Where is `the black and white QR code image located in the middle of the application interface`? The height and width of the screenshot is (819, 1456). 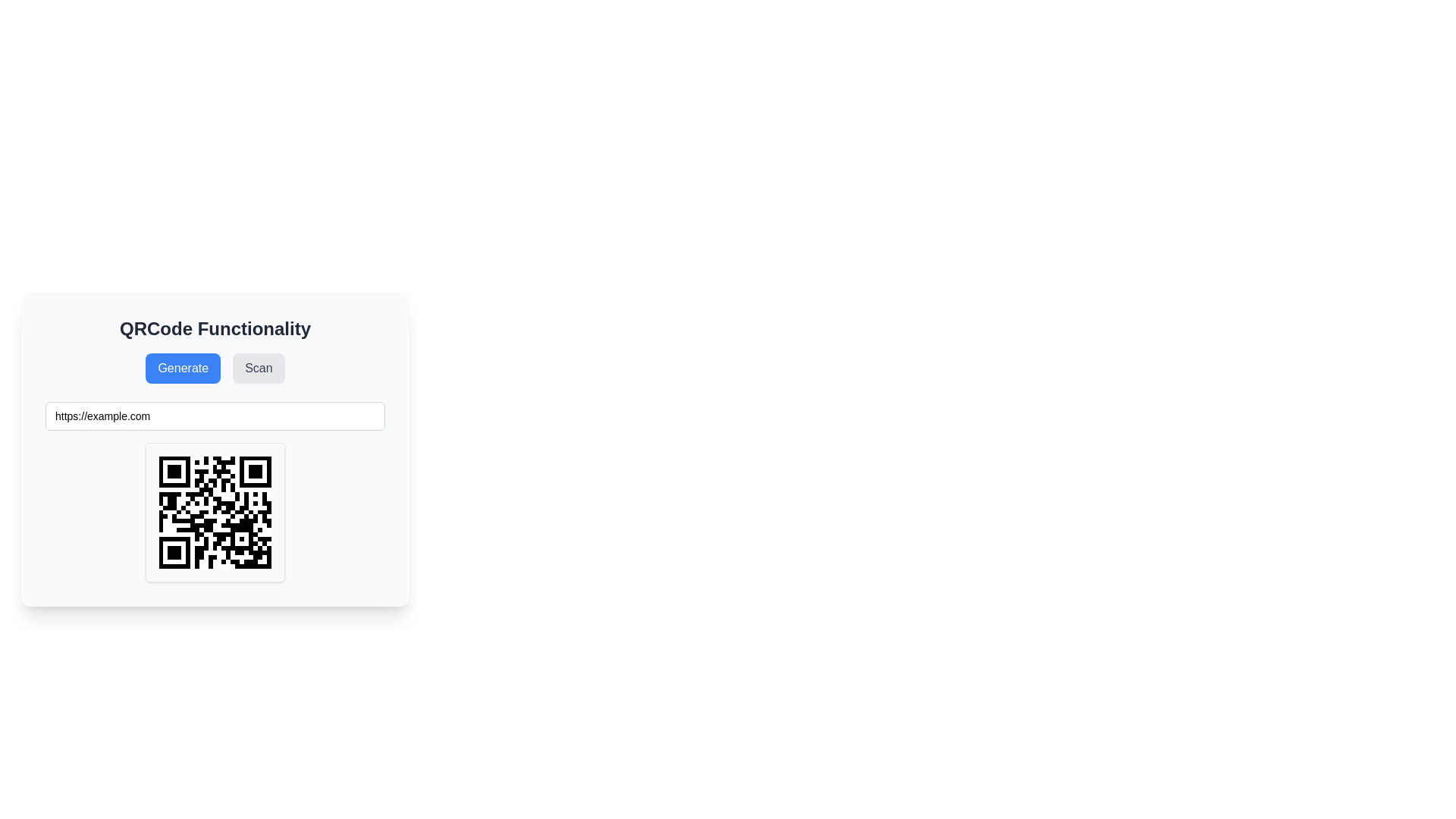 the black and white QR code image located in the middle of the application interface is located at coordinates (214, 512).